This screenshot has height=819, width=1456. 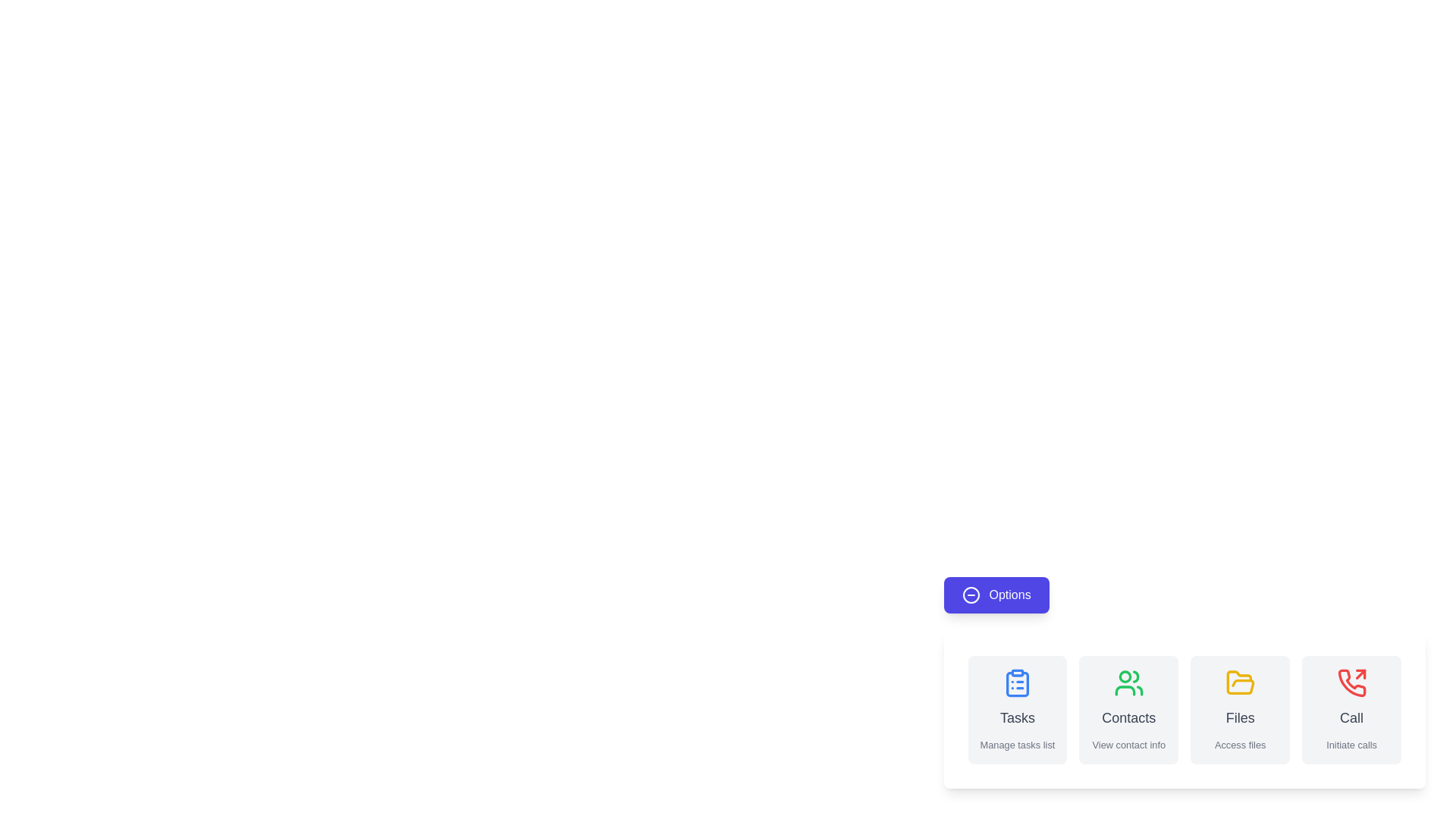 I want to click on the 'Options' button to observe its hover effect, so click(x=996, y=593).